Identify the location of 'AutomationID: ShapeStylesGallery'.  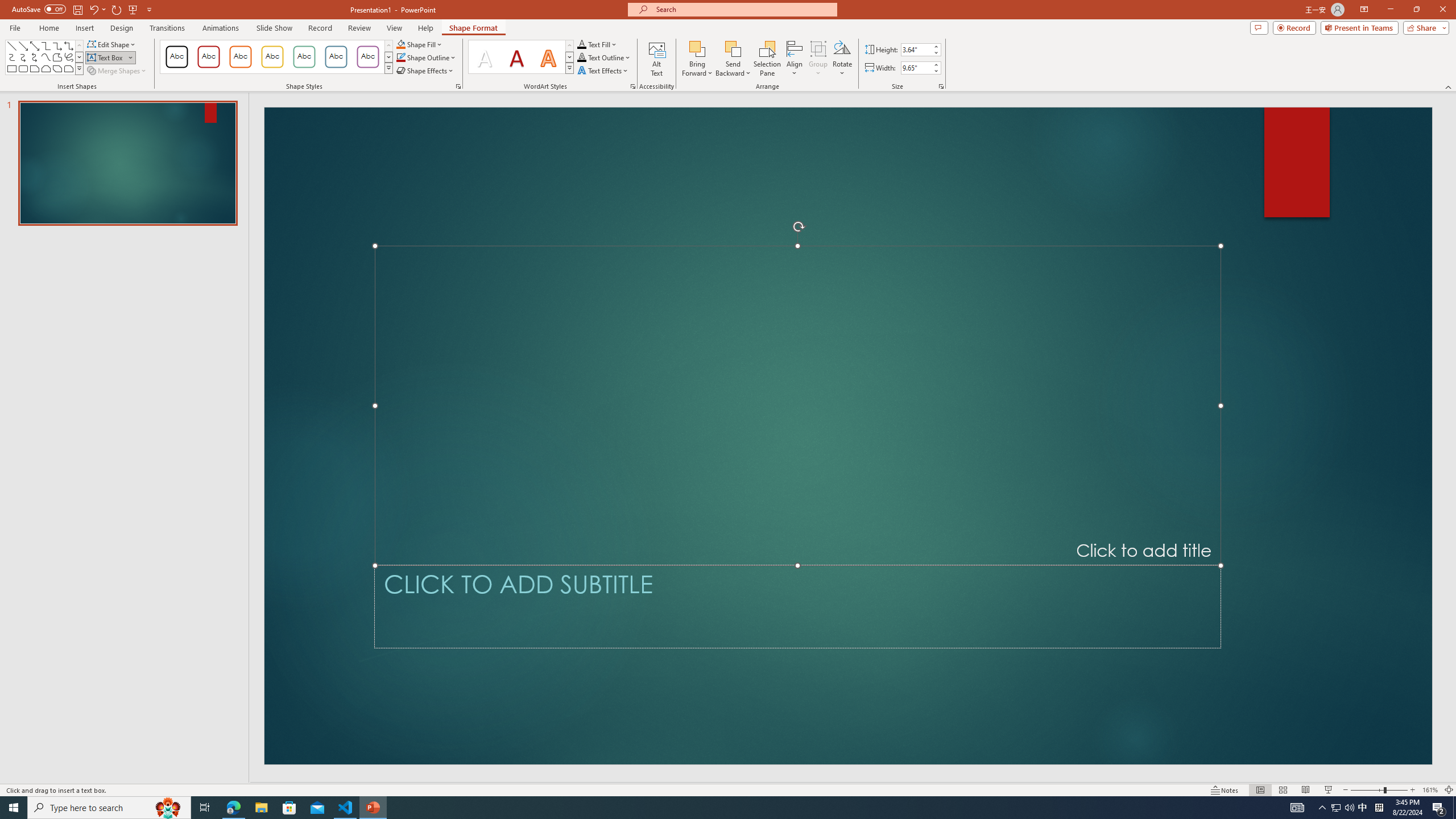
(276, 56).